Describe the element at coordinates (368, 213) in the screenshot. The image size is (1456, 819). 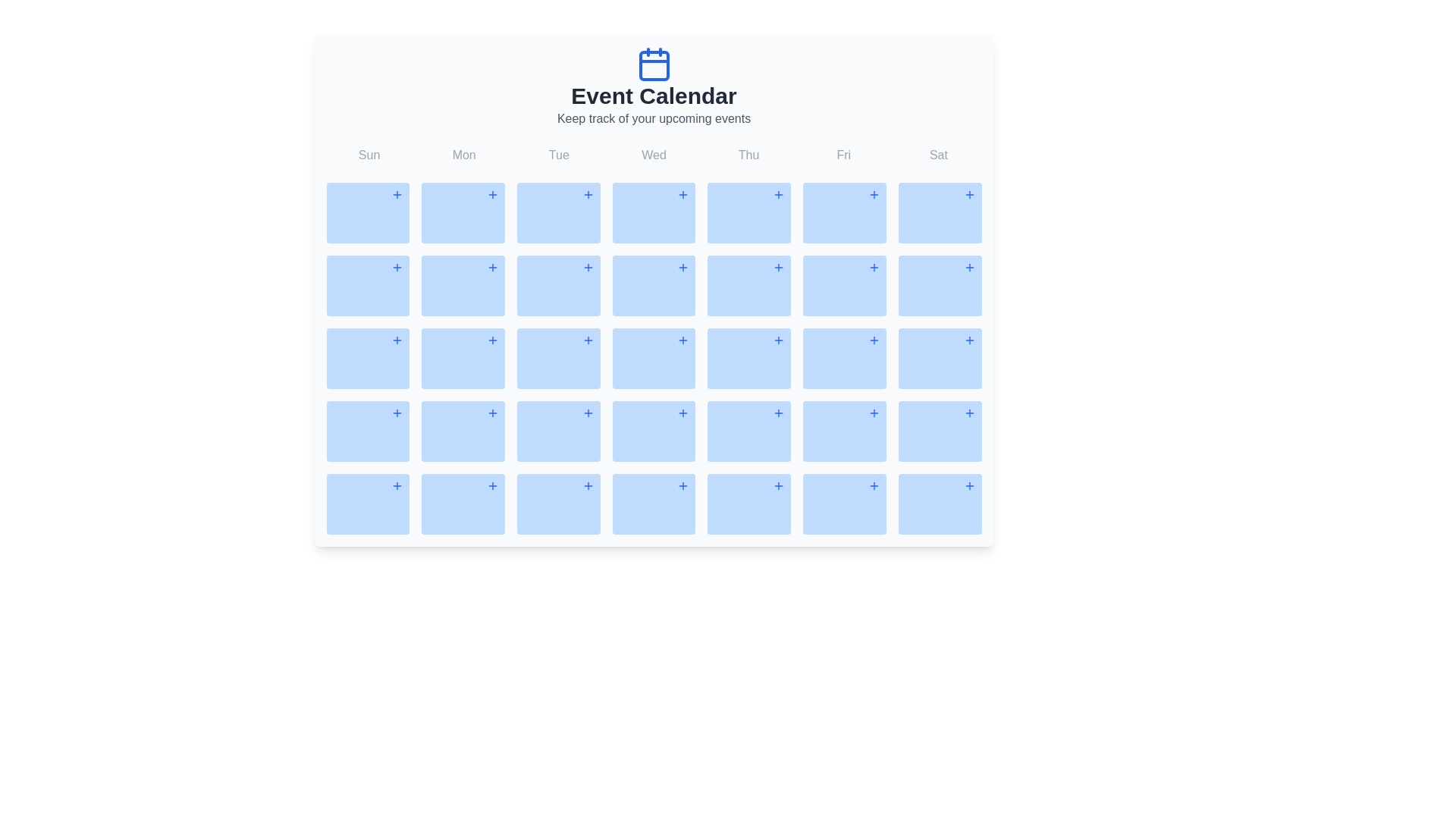
I see `the Interactive calendar cell for 'Sun'` at that location.